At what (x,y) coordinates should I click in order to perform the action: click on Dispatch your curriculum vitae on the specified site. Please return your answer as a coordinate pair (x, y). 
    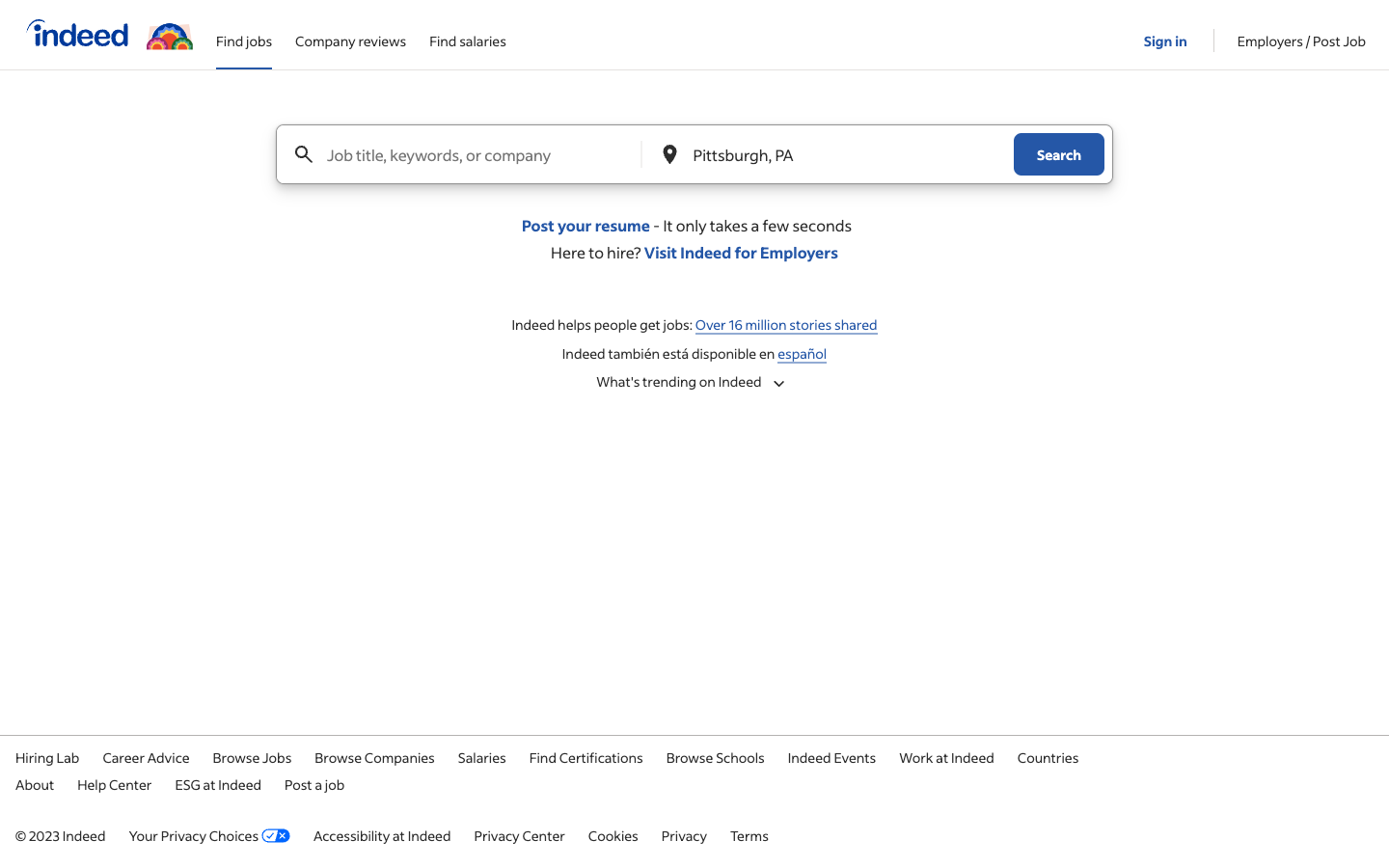
    Looking at the image, I should click on (585, 224).